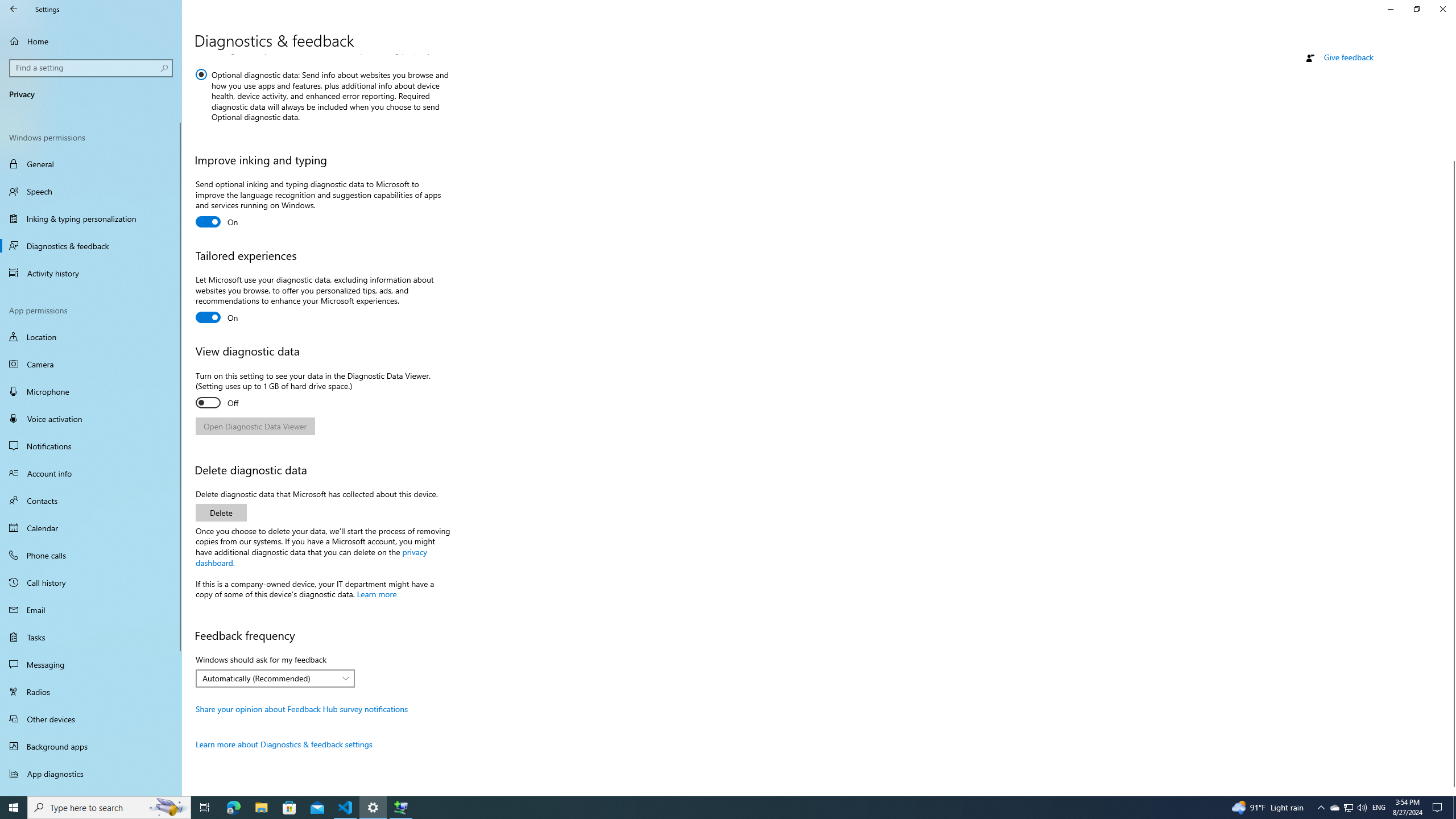 This screenshot has height=819, width=1456. I want to click on 'Camera', so click(90, 363).